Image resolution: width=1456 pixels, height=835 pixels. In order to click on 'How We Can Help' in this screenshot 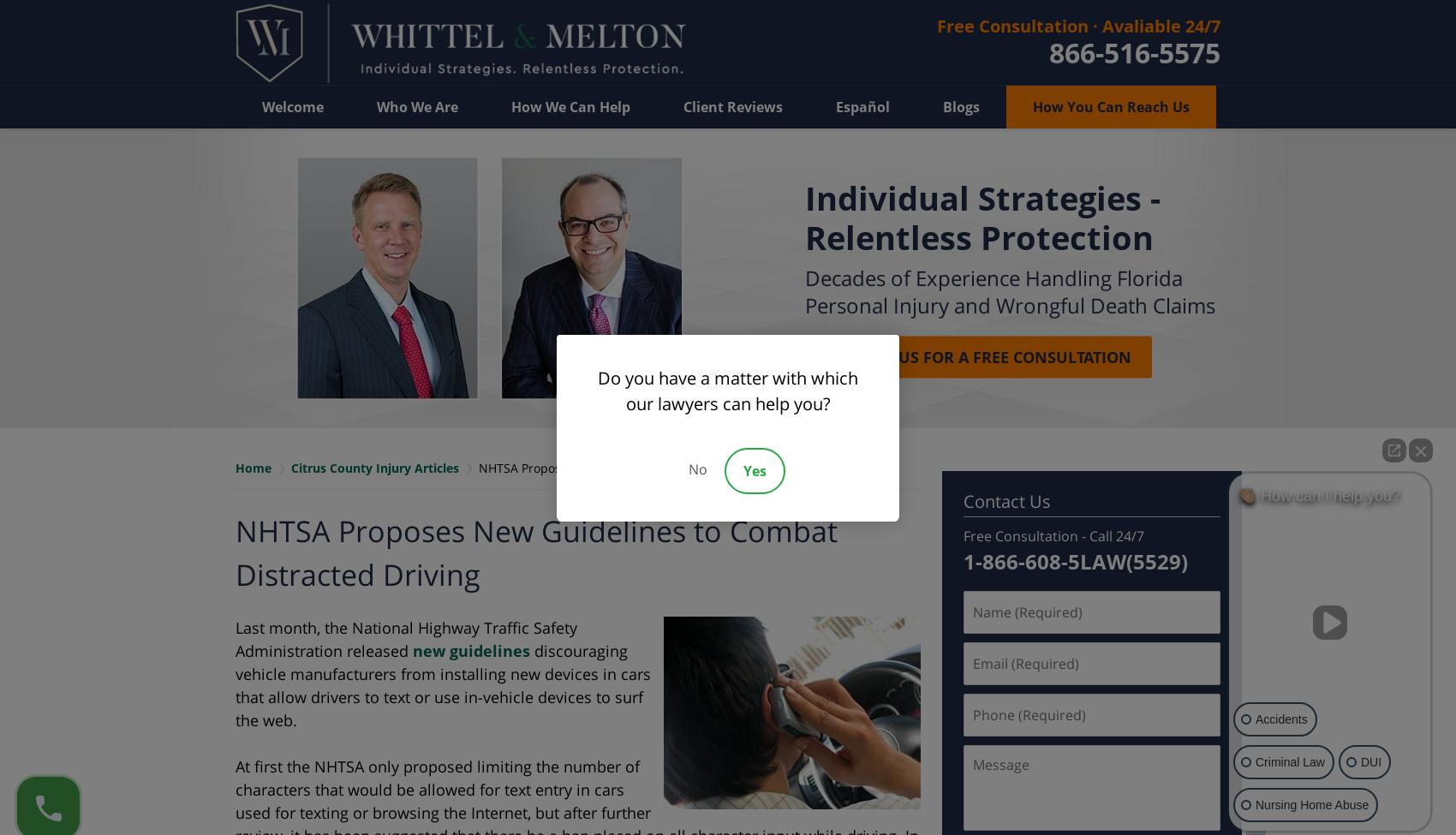, I will do `click(570, 105)`.